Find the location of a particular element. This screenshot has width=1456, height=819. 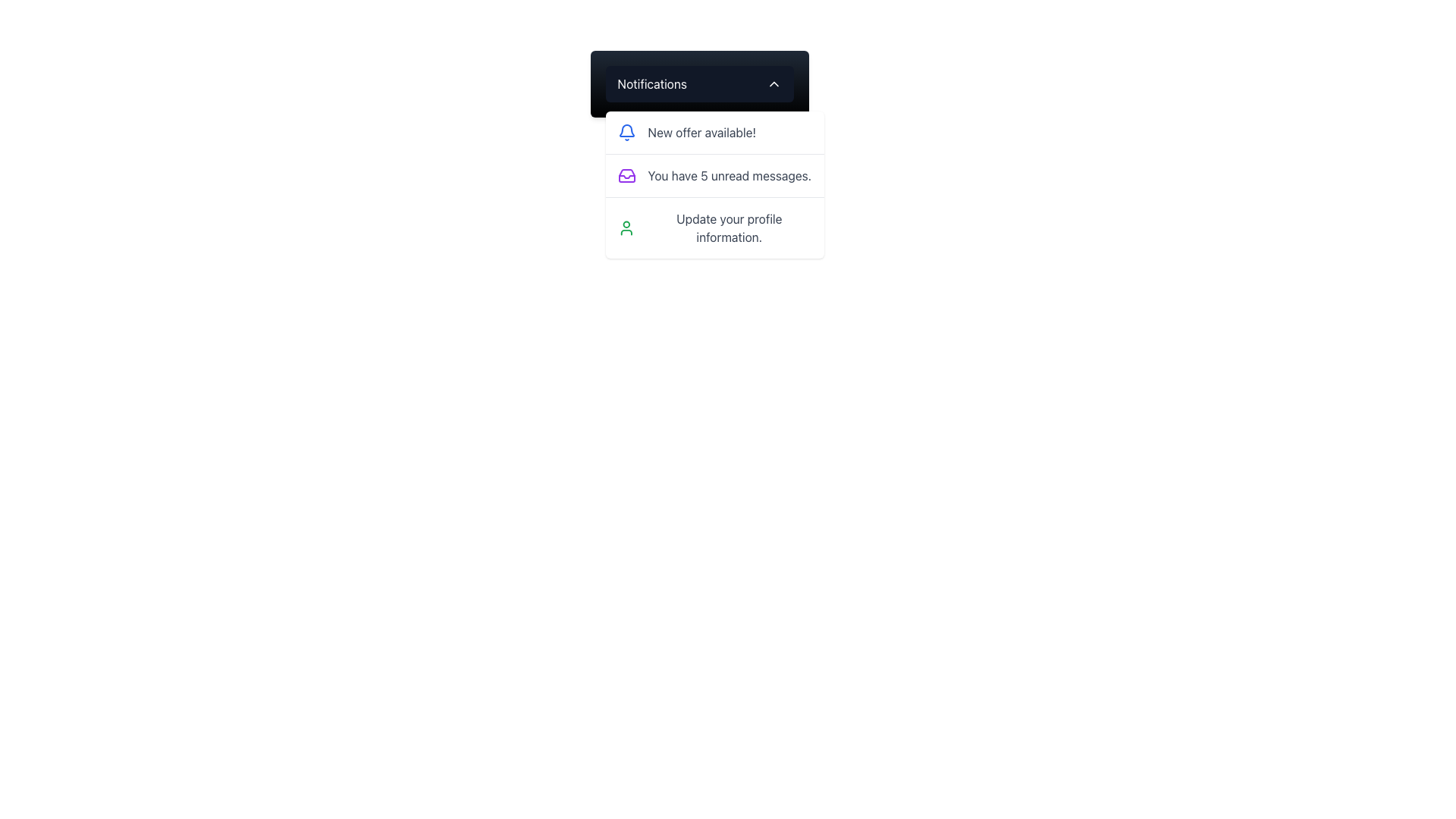

the decorative element of the purple-colored inbox icon that indicates the notification message, located below the 'Notifications' heading and next to 'You have 5 unread messages.' is located at coordinates (626, 176).